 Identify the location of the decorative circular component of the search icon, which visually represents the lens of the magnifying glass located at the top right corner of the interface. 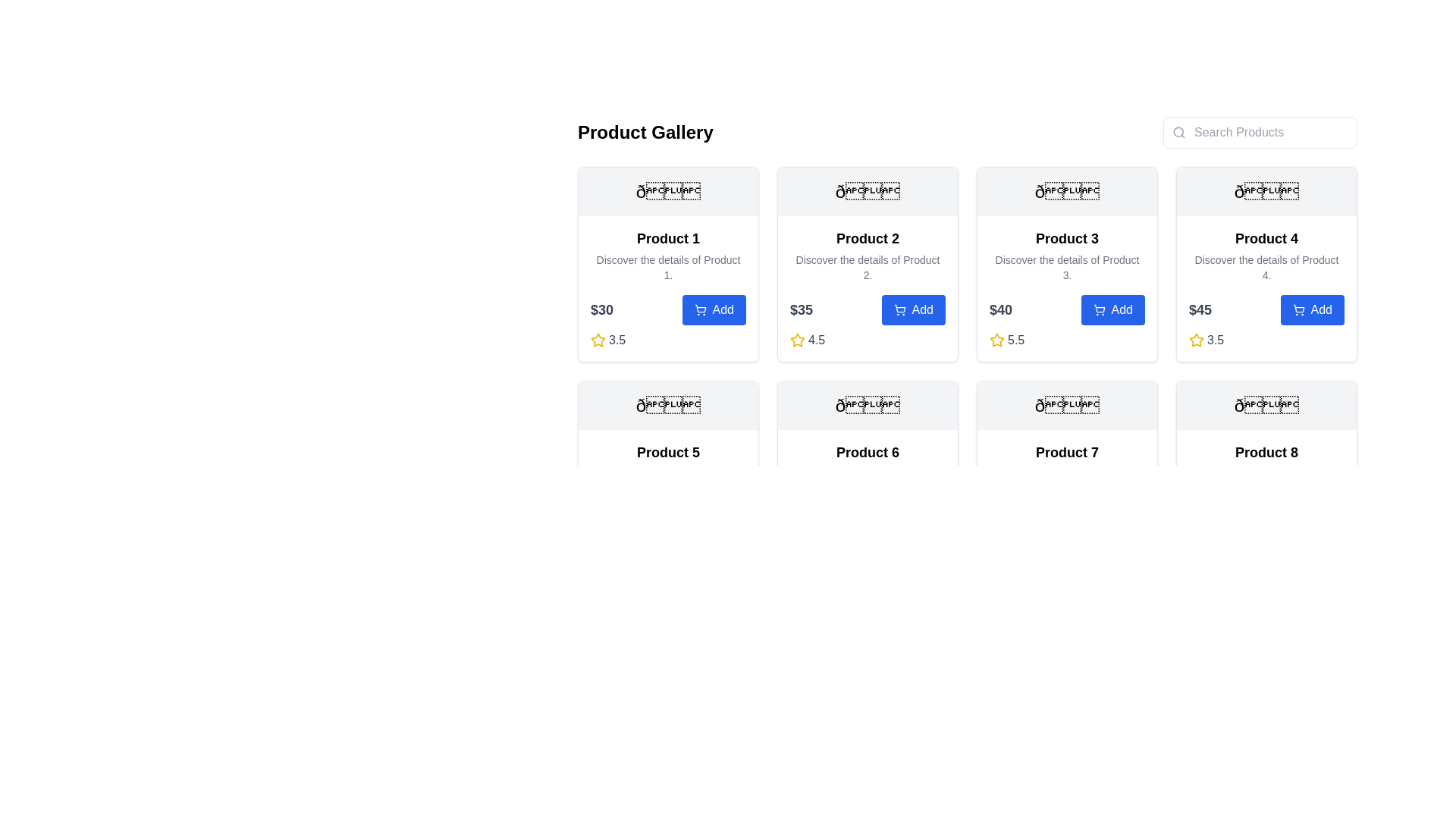
(1178, 131).